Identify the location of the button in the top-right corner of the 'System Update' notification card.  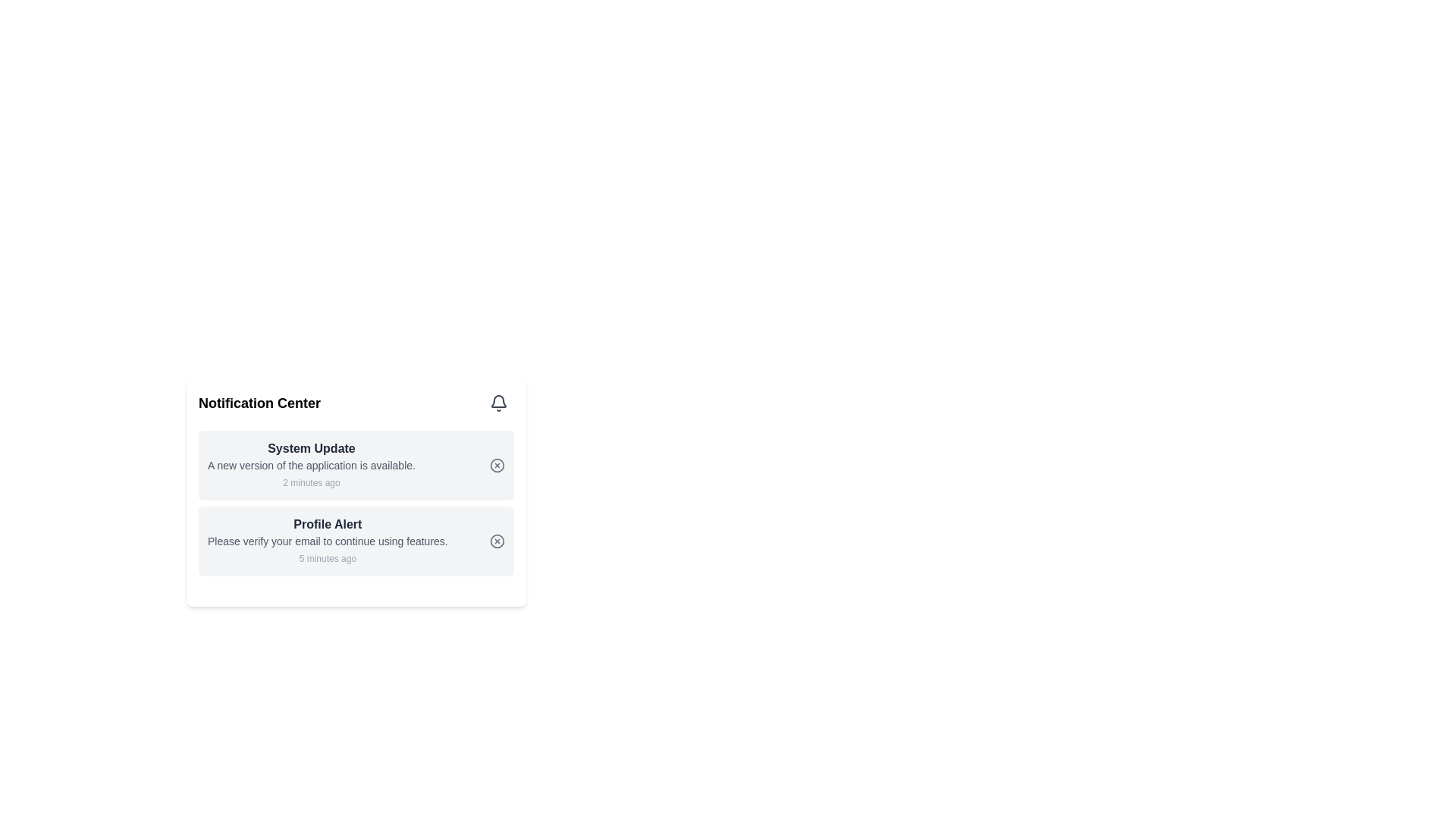
(497, 464).